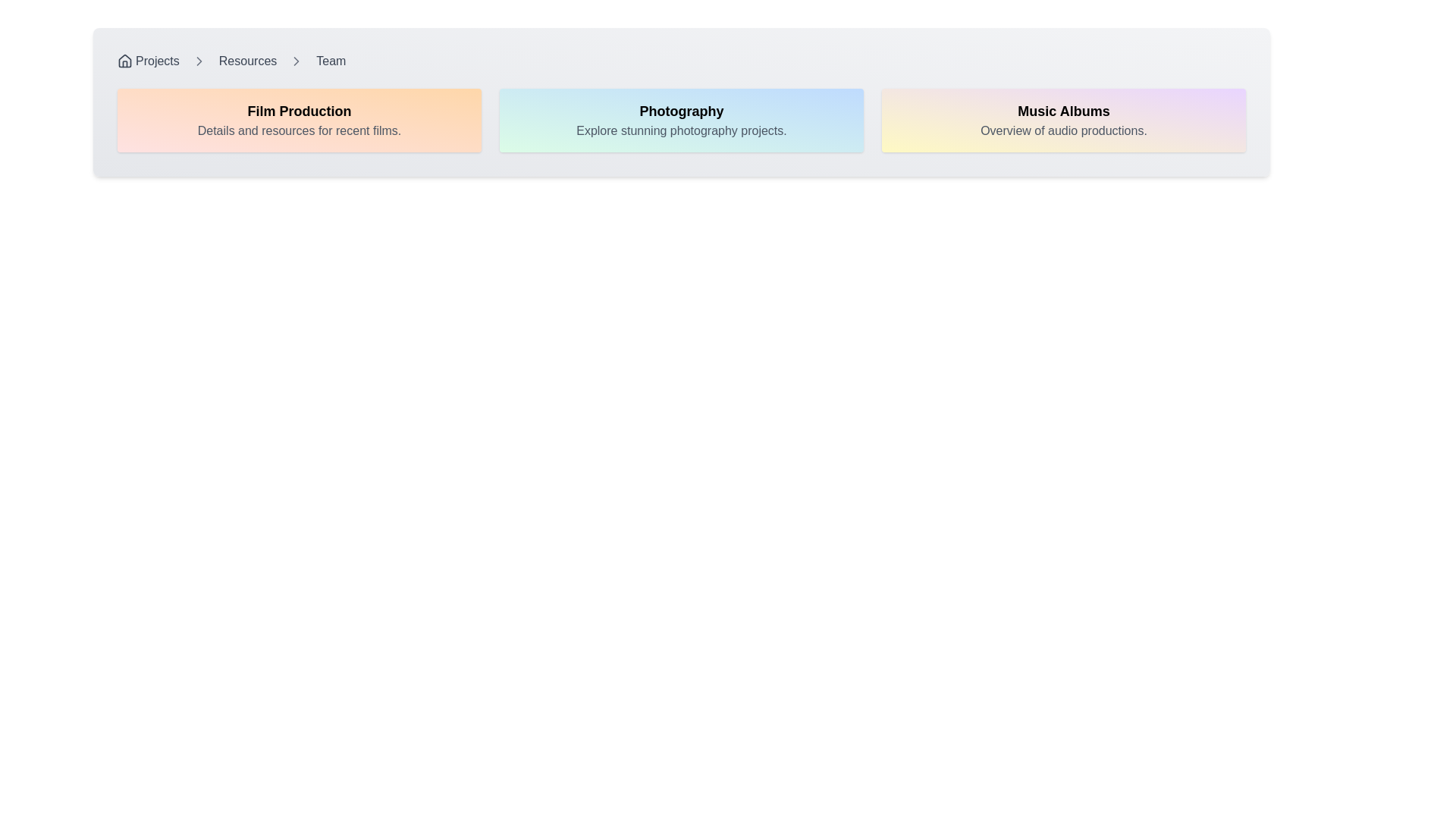 This screenshot has height=819, width=1456. Describe the element at coordinates (1062, 130) in the screenshot. I see `text content of the audio productions overview text label, located below the 'Music Albums' text in the far right panel` at that location.